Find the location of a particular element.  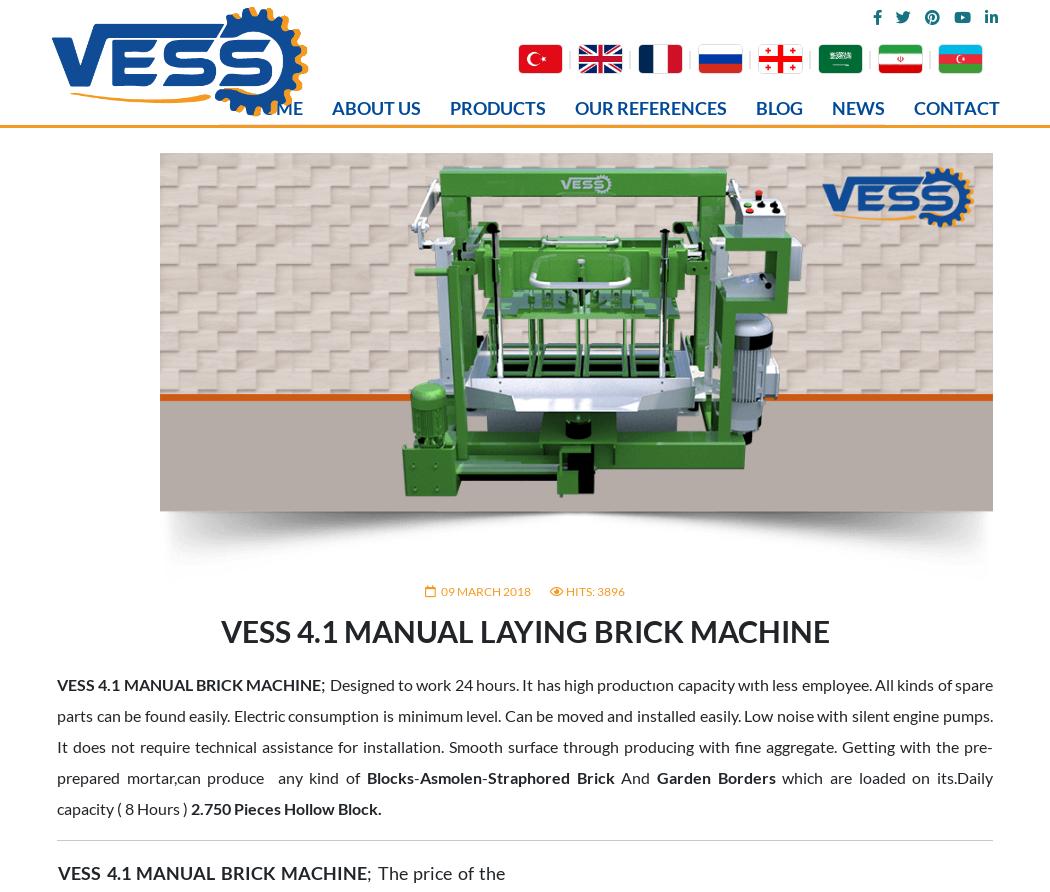

'Engine Quantity' is located at coordinates (129, 881).